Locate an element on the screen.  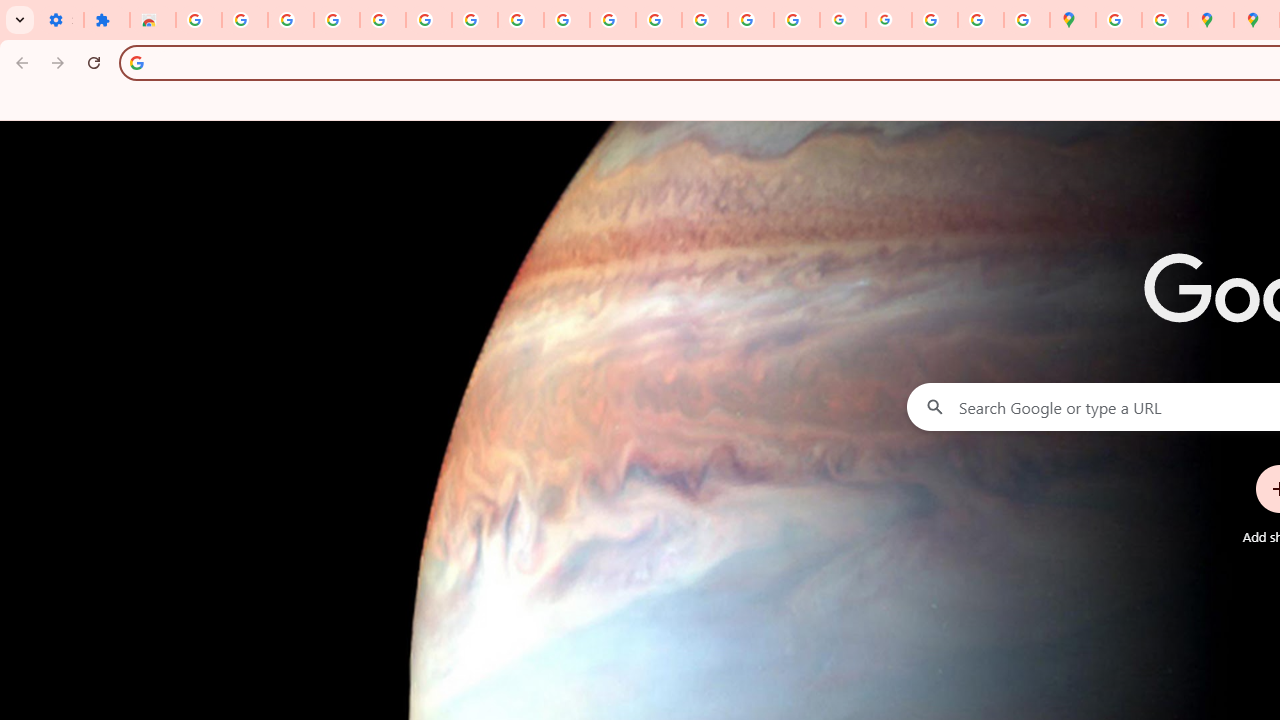
'Delete photos & videos - Computer - Google Photos Help' is located at coordinates (289, 20).